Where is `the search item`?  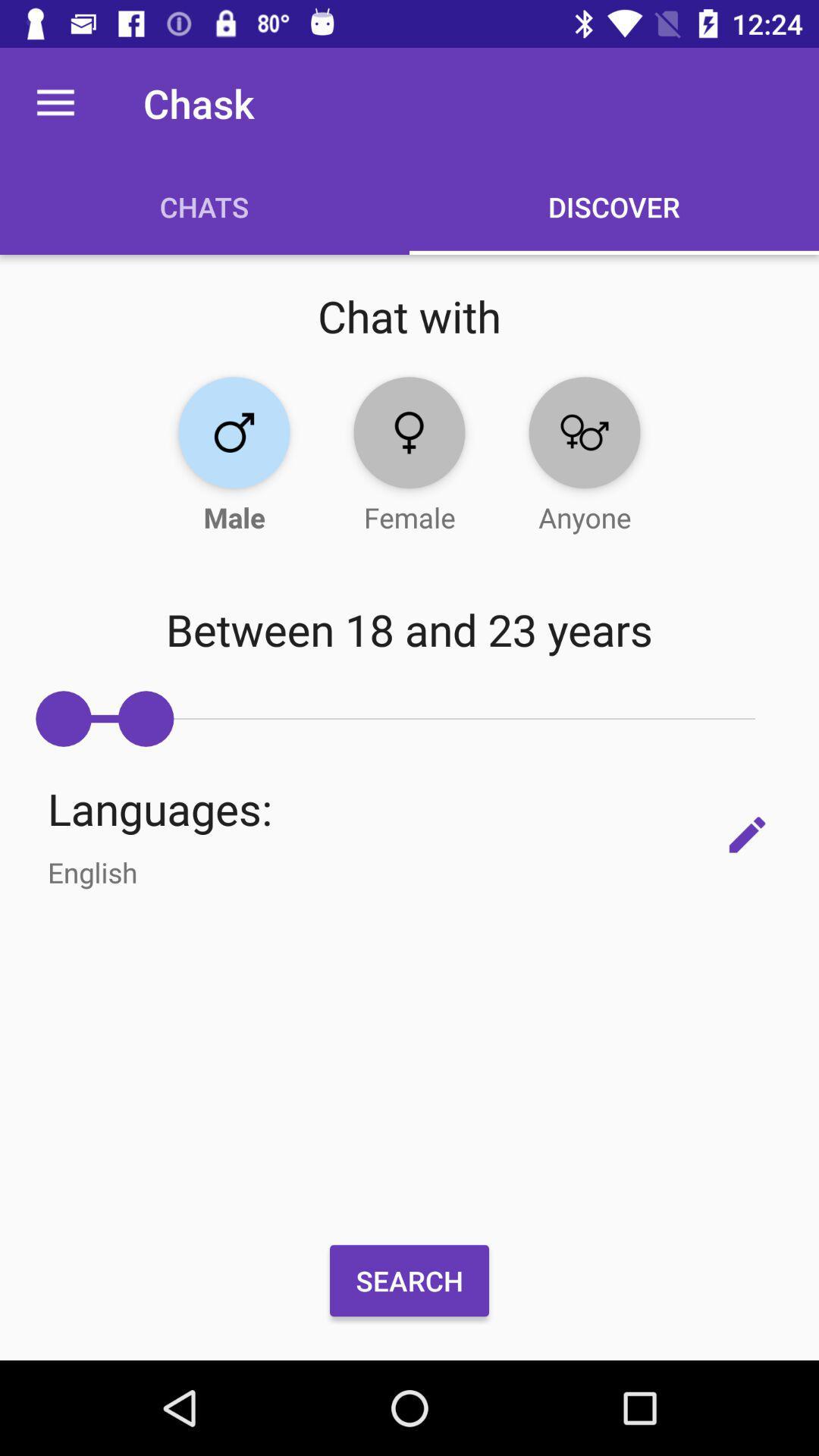
the search item is located at coordinates (409, 1280).